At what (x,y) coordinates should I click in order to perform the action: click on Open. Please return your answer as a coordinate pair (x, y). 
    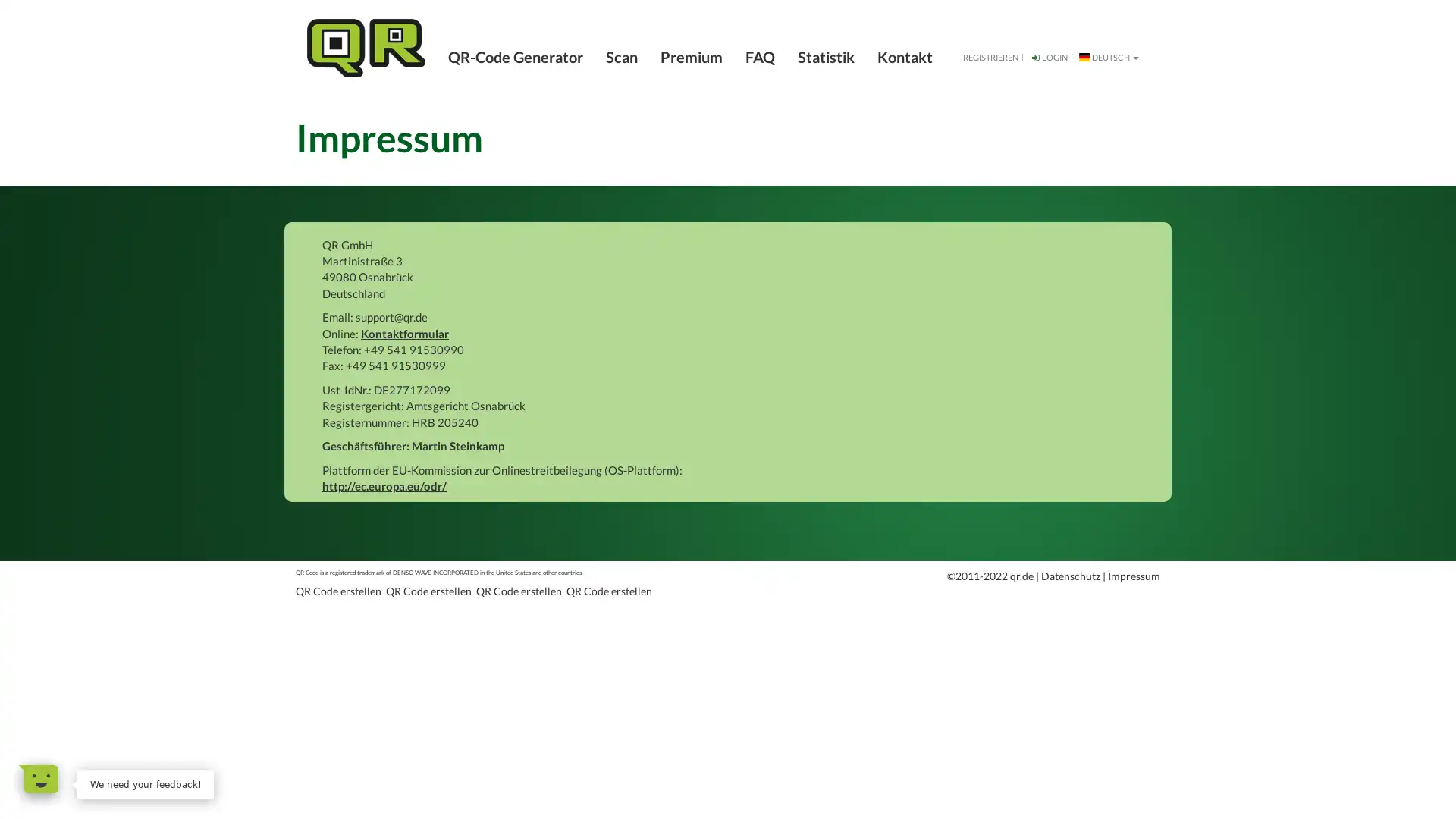
    Looking at the image, I should click on (39, 778).